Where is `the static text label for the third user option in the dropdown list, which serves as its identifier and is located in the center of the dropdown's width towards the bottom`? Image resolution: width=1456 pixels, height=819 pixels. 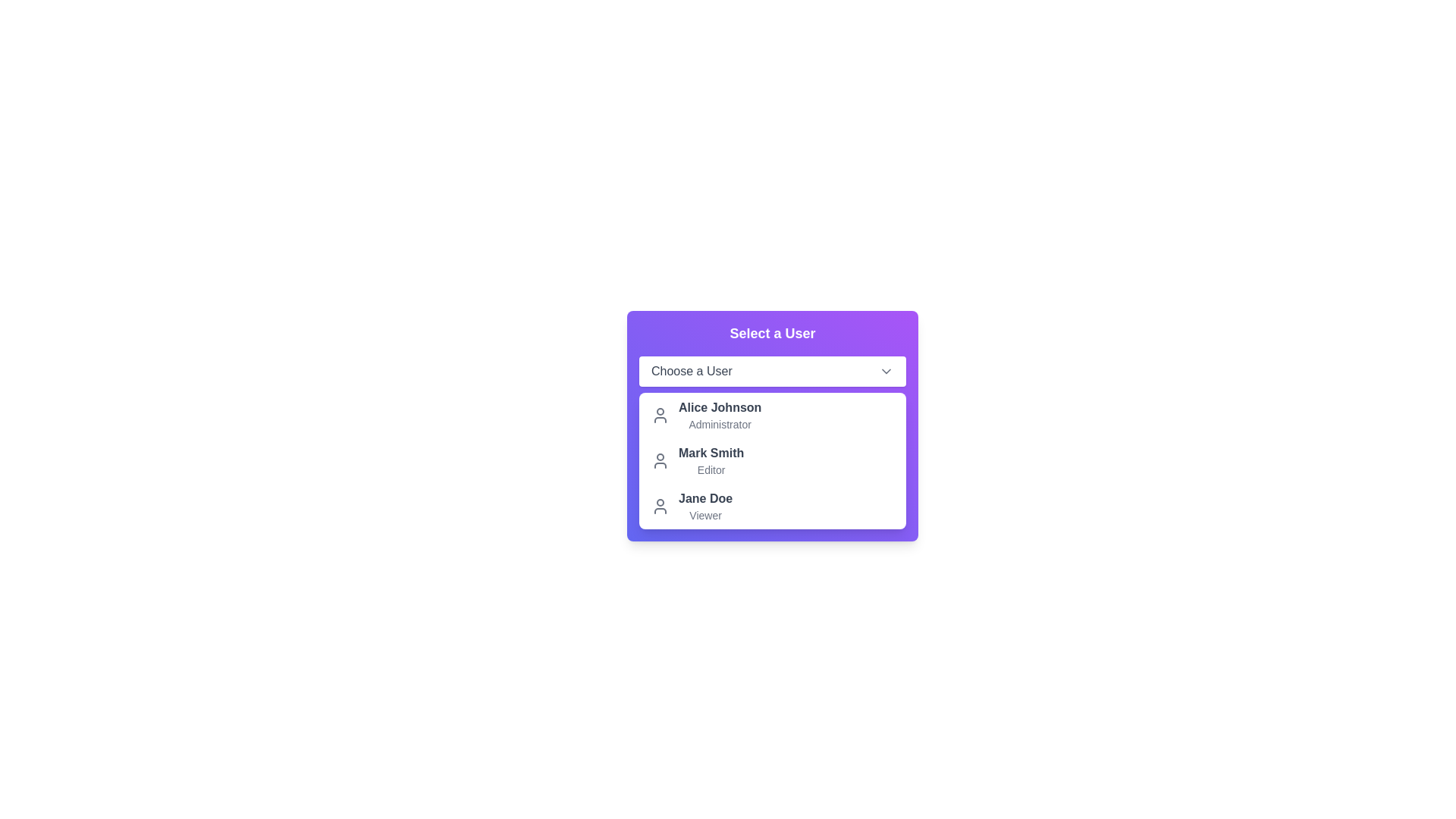 the static text label for the third user option in the dropdown list, which serves as its identifier and is located in the center of the dropdown's width towards the bottom is located at coordinates (704, 499).